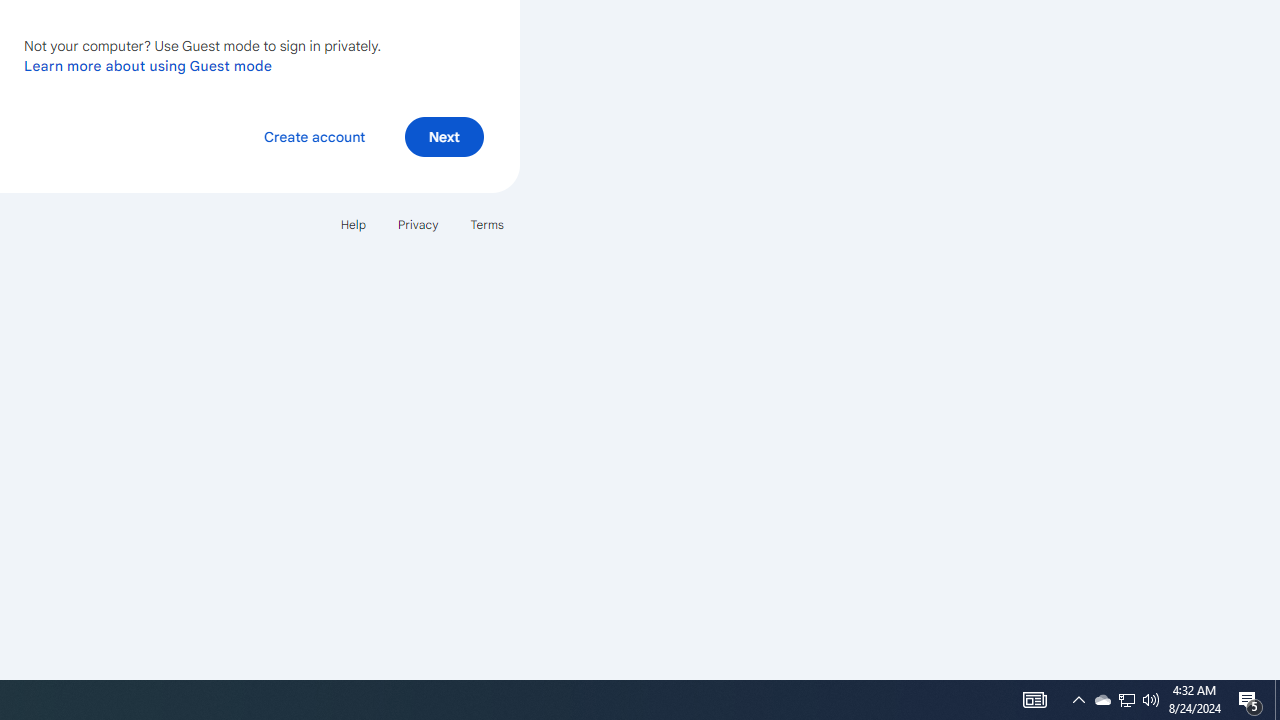 This screenshot has width=1280, height=720. I want to click on 'Learn more about using Guest mode', so click(147, 64).